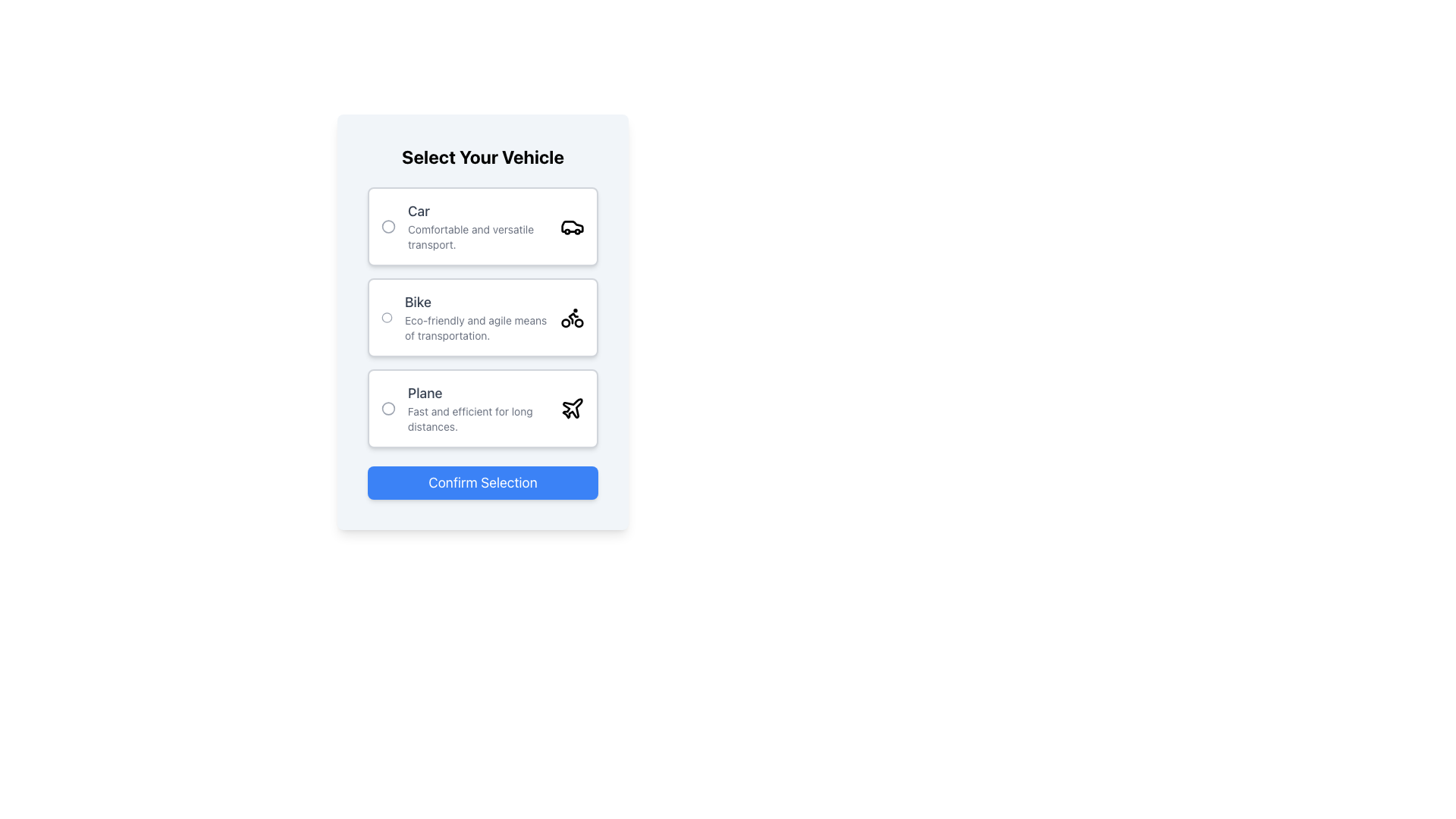 The width and height of the screenshot is (1456, 819). Describe the element at coordinates (387, 317) in the screenshot. I see `the radio button indicator for the 'Bike' option located to the left of the text 'Bike' in the 'Select Your Vehicle' list` at that location.